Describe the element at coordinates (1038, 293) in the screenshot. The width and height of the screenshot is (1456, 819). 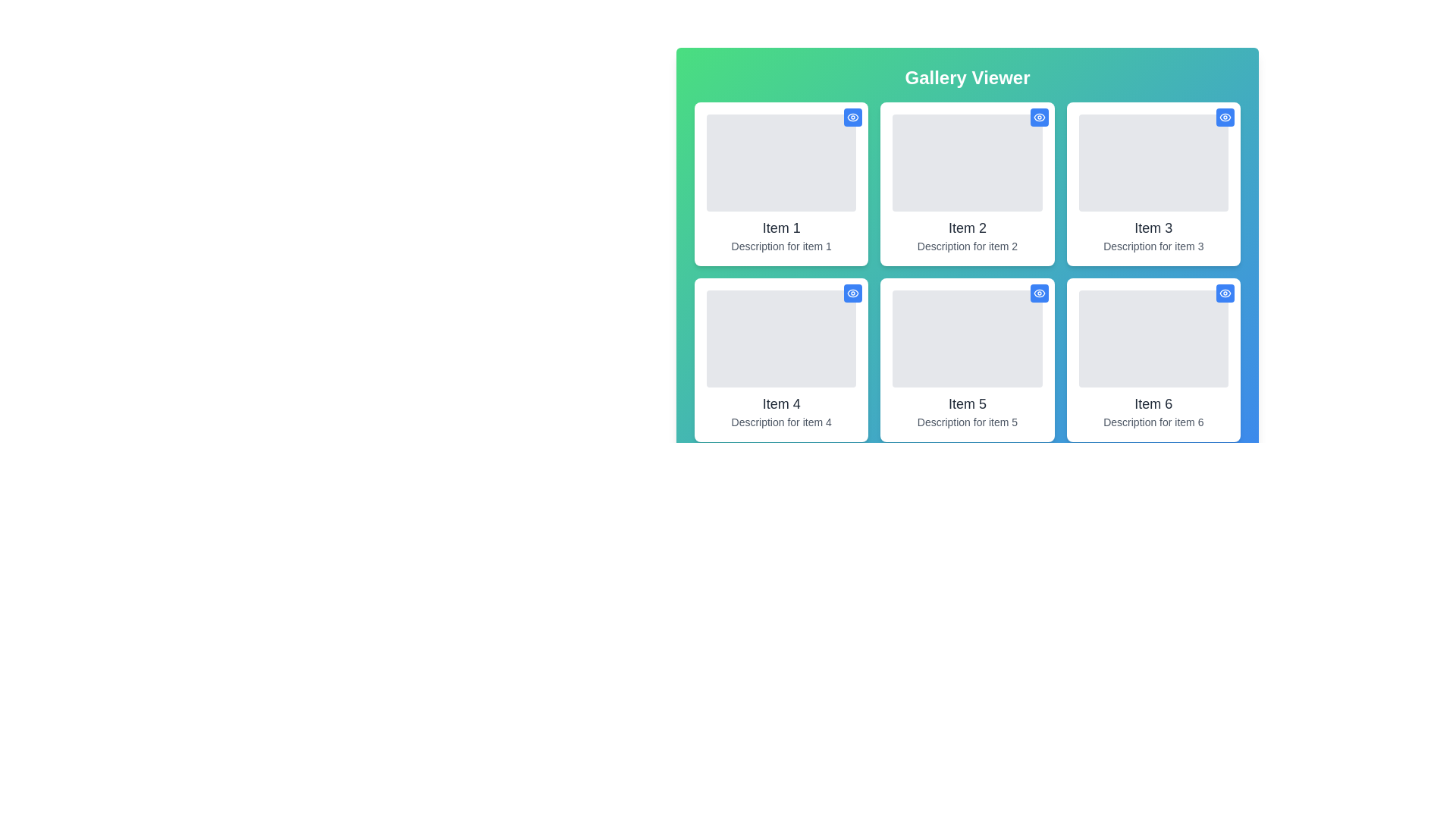
I see `the eye icon located in the top-right corner of the fifth card in a grid layout` at that location.